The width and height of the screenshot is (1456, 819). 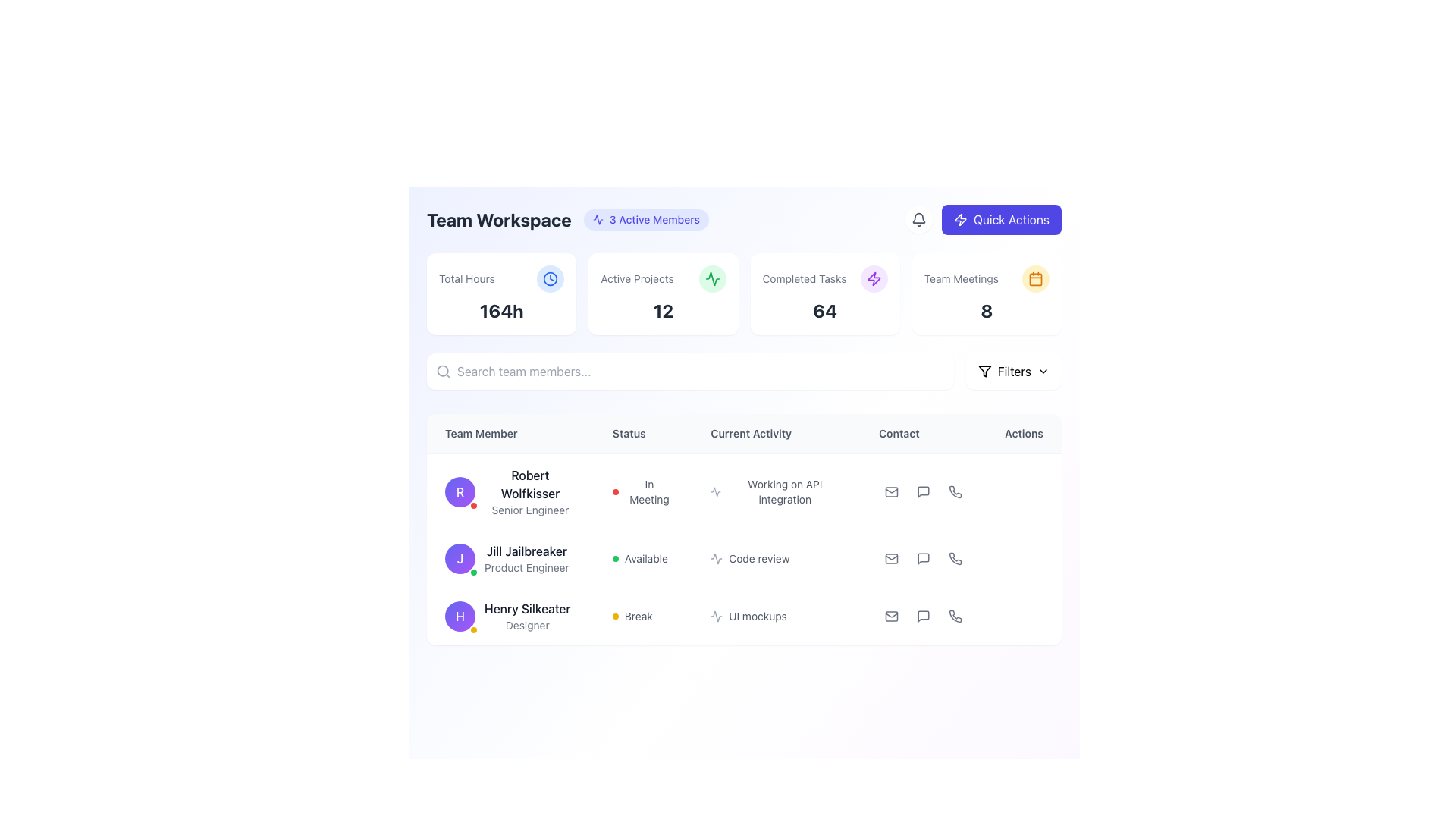 I want to click on the button with a speech bubble icon in the contact column of the second row, so click(x=923, y=558).